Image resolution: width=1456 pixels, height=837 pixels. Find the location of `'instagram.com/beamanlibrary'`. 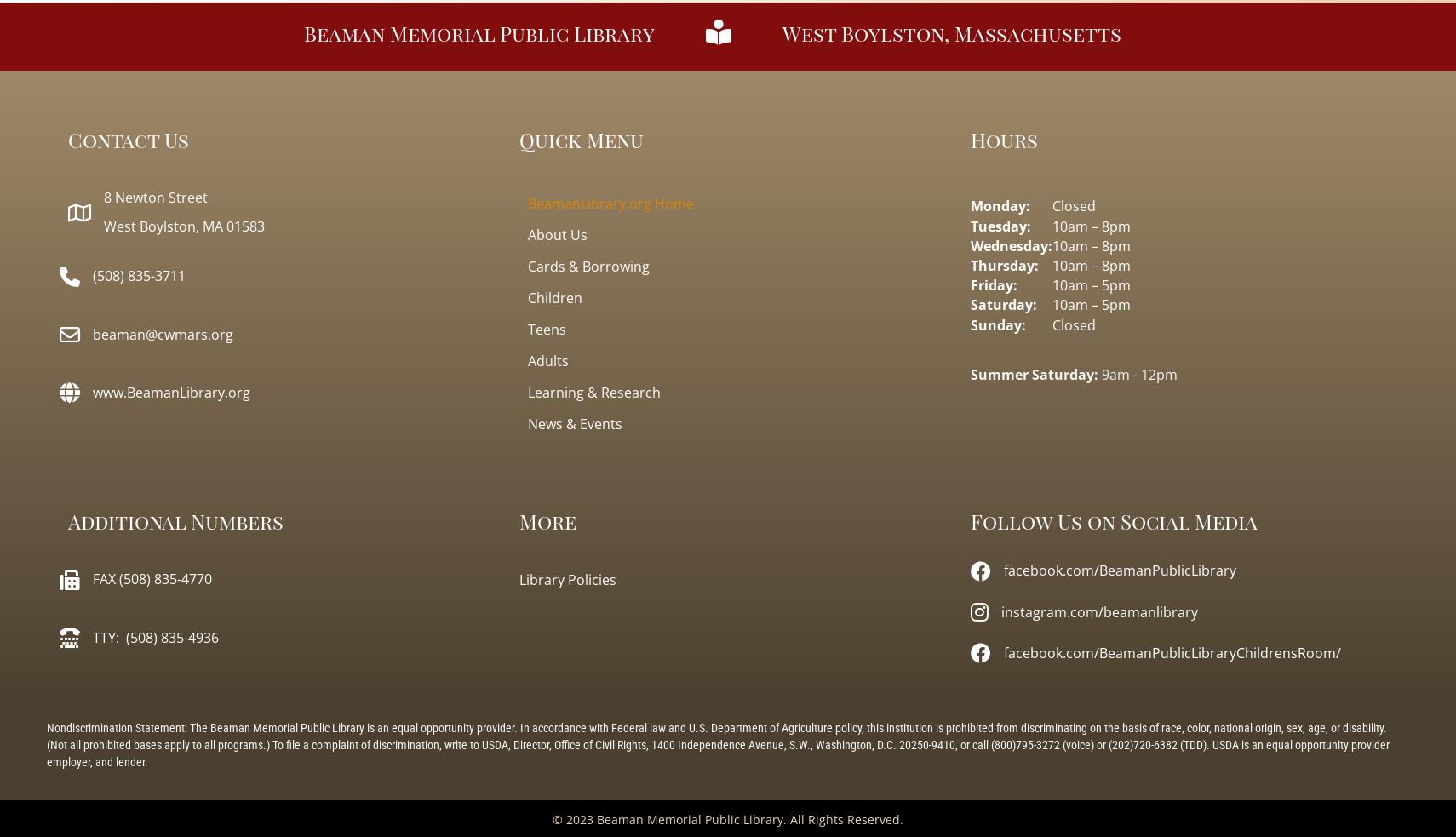

'instagram.com/beamanlibrary' is located at coordinates (1098, 610).